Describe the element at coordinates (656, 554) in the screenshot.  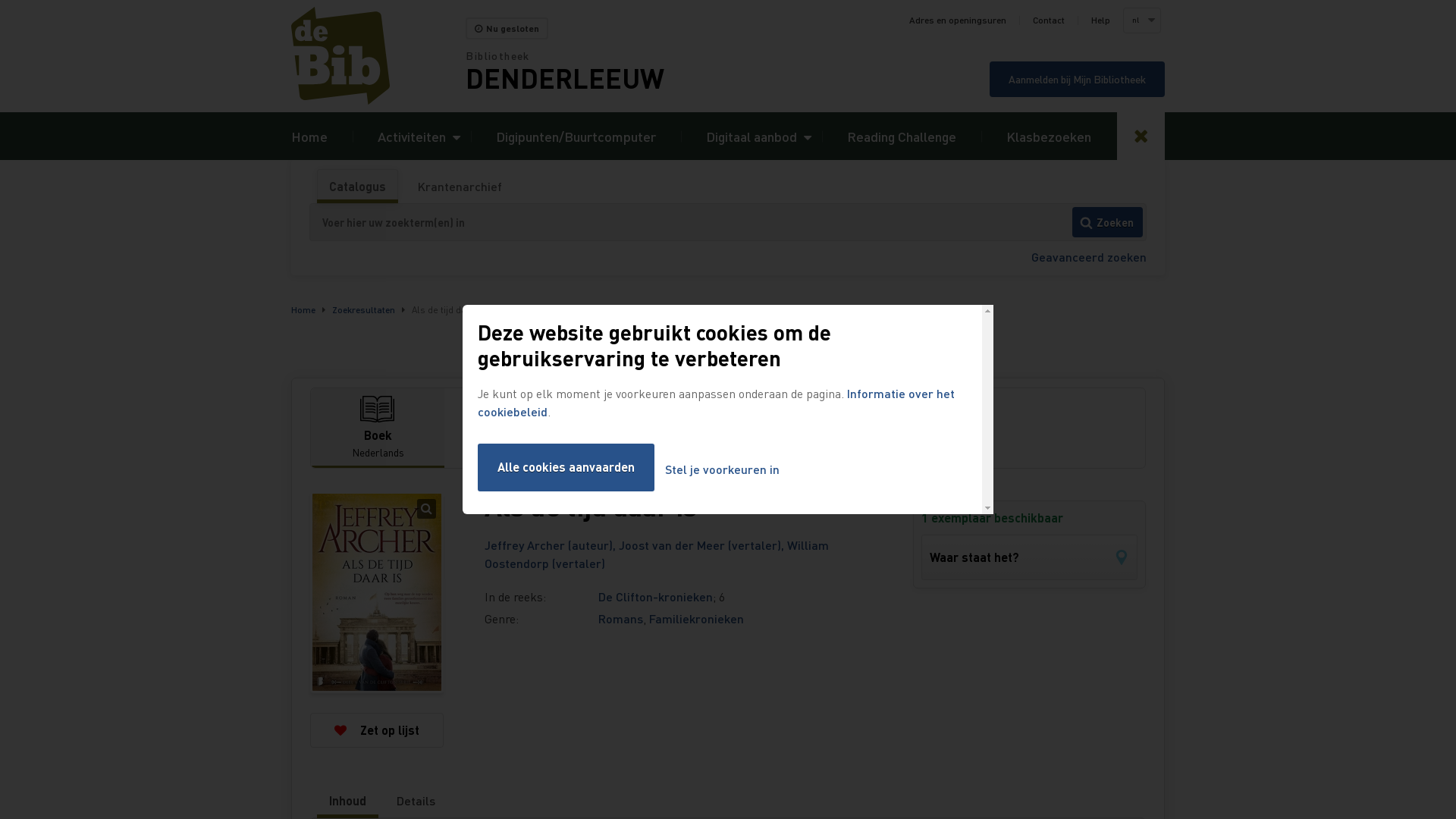
I see `'William Oostendorp (vertaler)'` at that location.